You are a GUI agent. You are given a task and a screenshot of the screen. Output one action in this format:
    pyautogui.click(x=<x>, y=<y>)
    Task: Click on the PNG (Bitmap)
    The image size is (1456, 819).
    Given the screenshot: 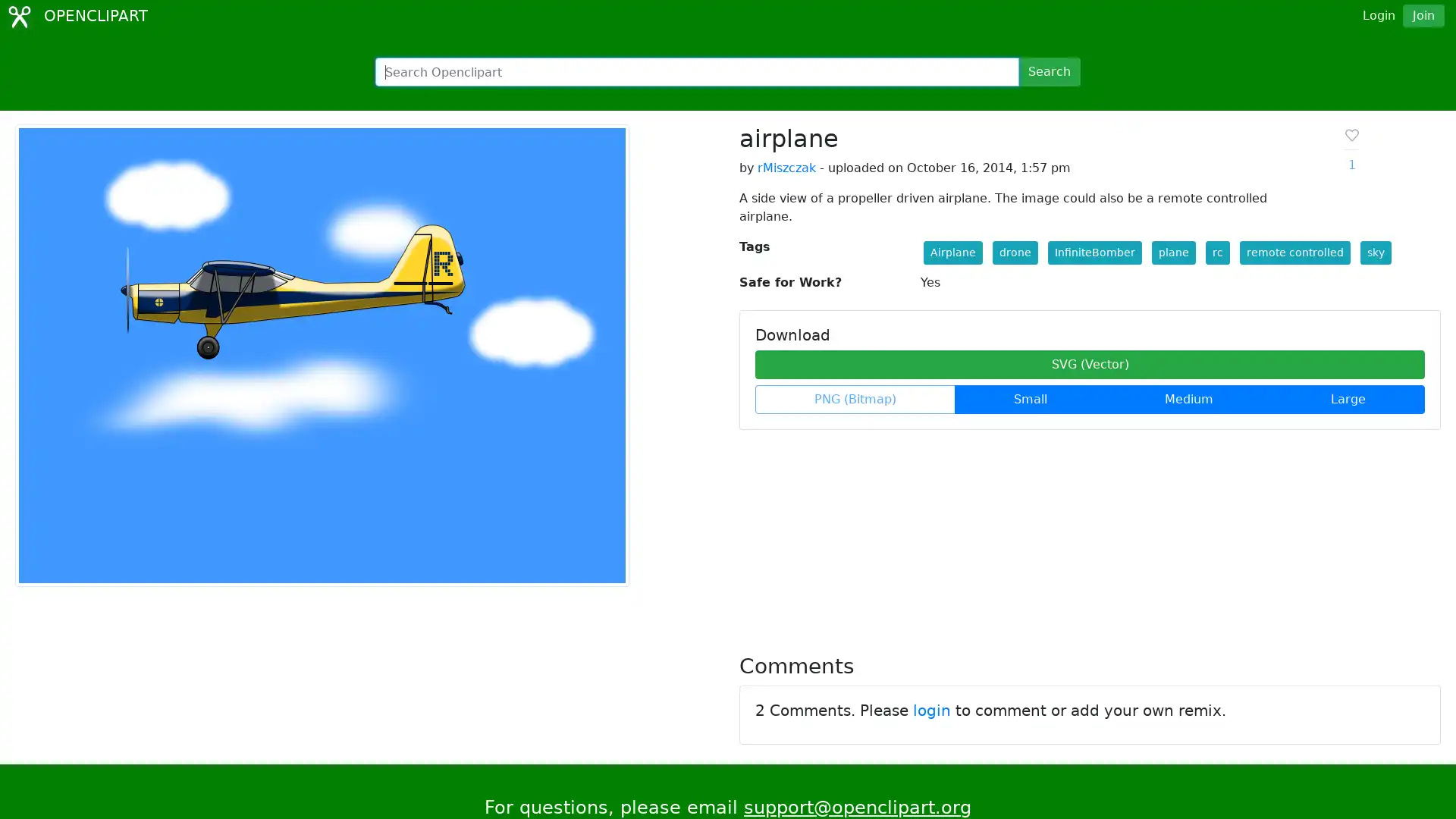 What is the action you would take?
    pyautogui.click(x=855, y=399)
    